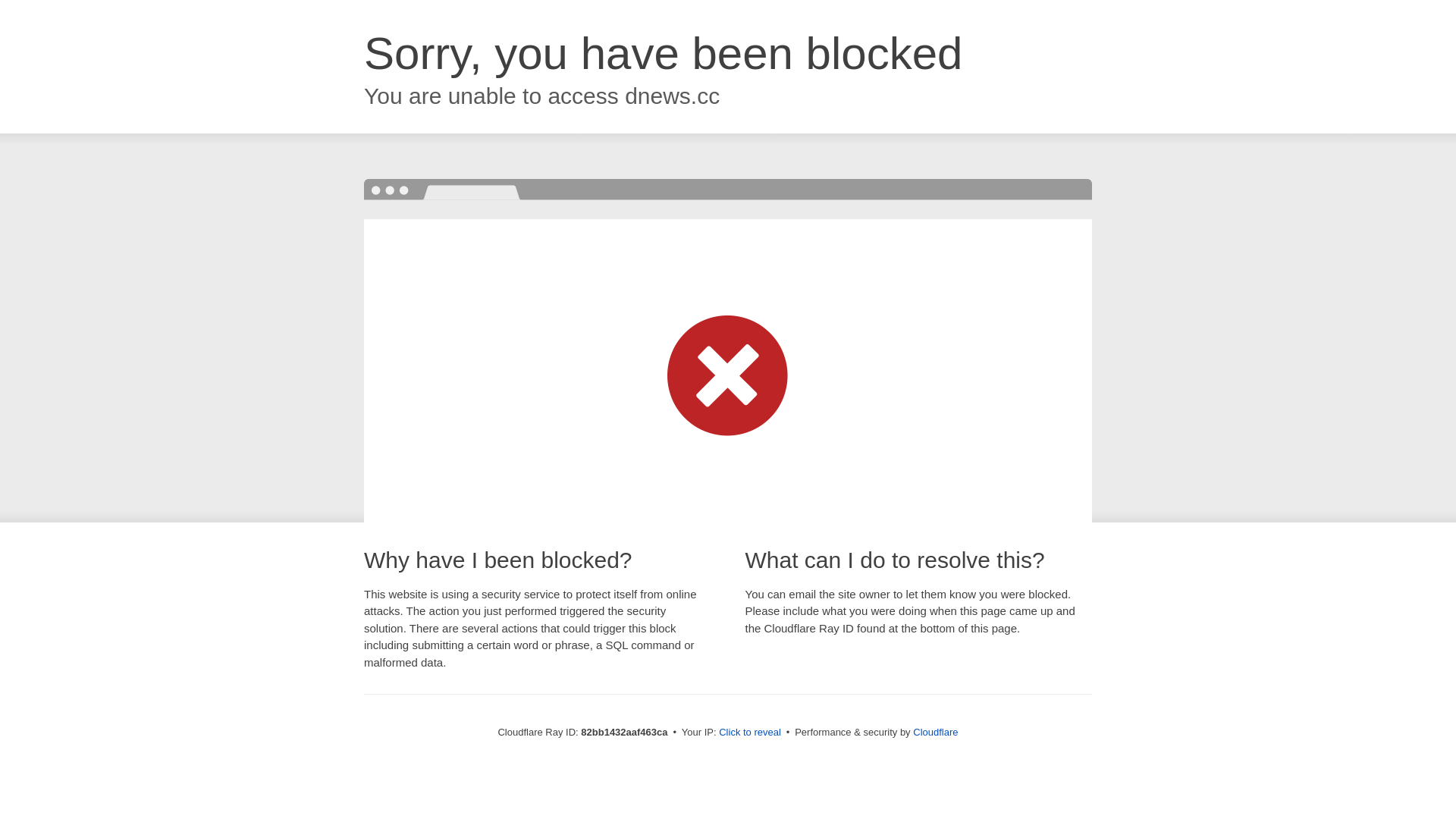 This screenshot has height=819, width=1456. Describe the element at coordinates (934, 731) in the screenshot. I see `'Cloudflare'` at that location.